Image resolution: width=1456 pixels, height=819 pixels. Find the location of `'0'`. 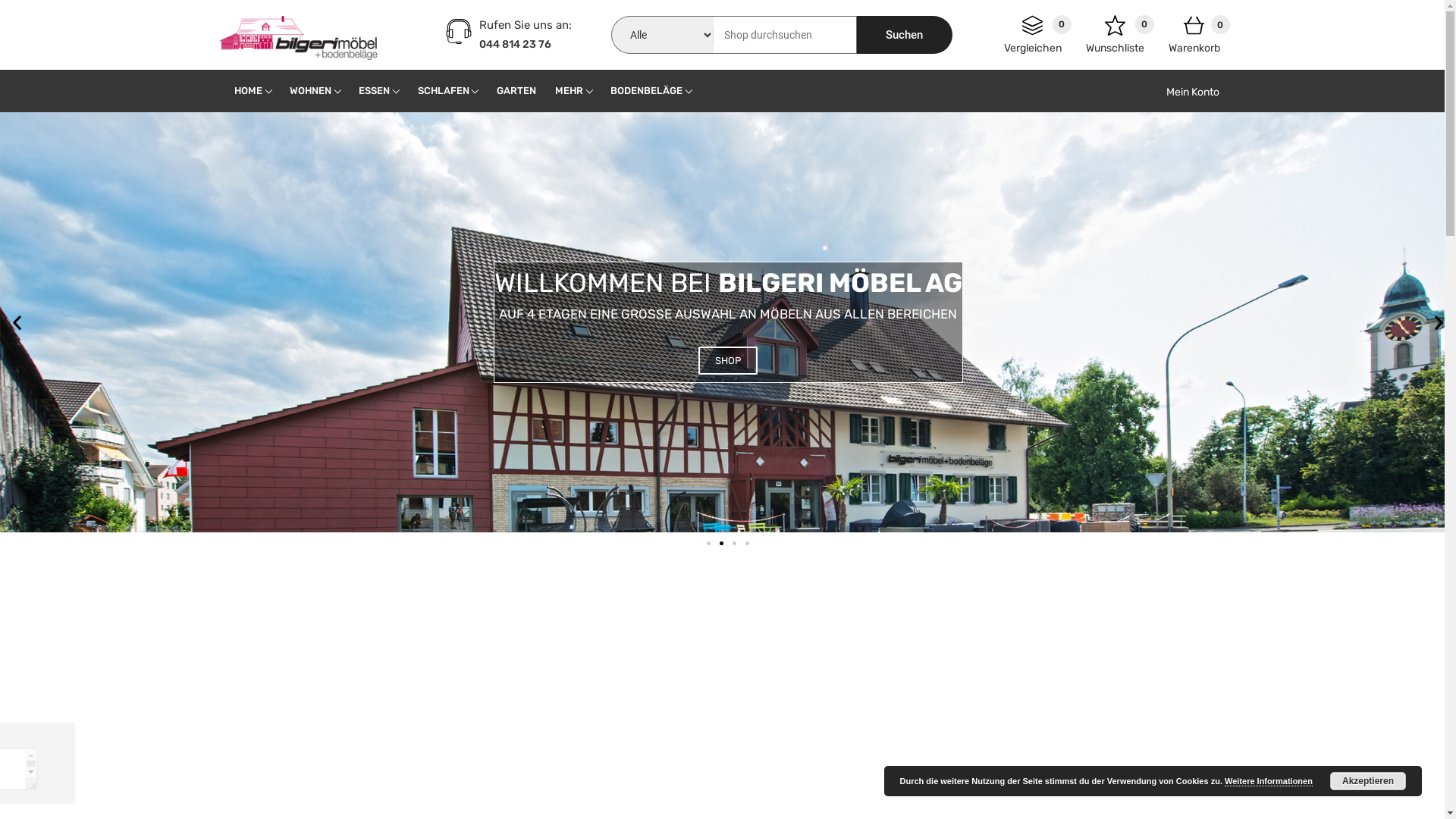

'0' is located at coordinates (1032, 28).